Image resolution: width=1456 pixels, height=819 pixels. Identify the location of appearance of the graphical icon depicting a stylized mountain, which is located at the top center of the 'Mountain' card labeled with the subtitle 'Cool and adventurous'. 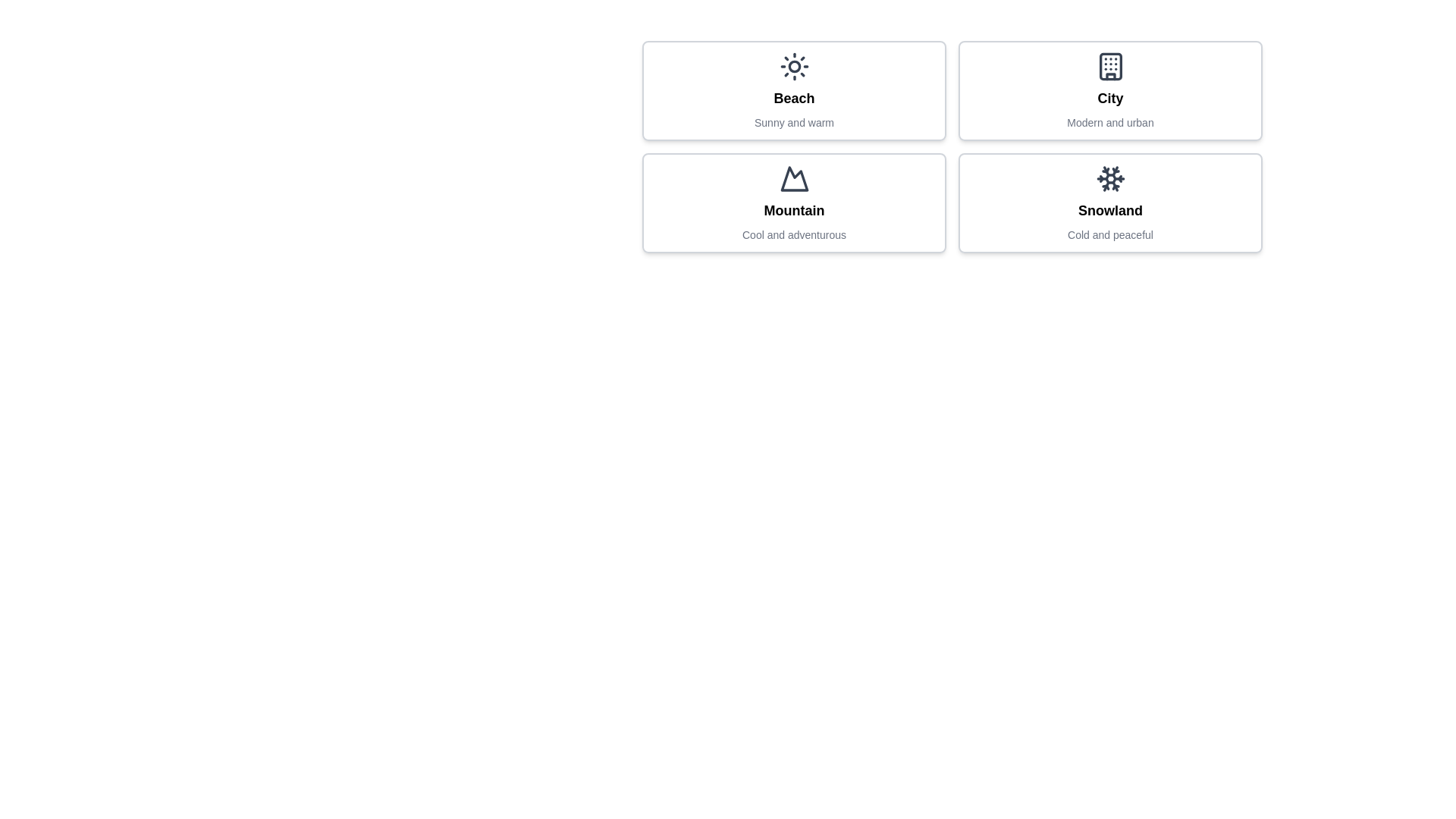
(793, 177).